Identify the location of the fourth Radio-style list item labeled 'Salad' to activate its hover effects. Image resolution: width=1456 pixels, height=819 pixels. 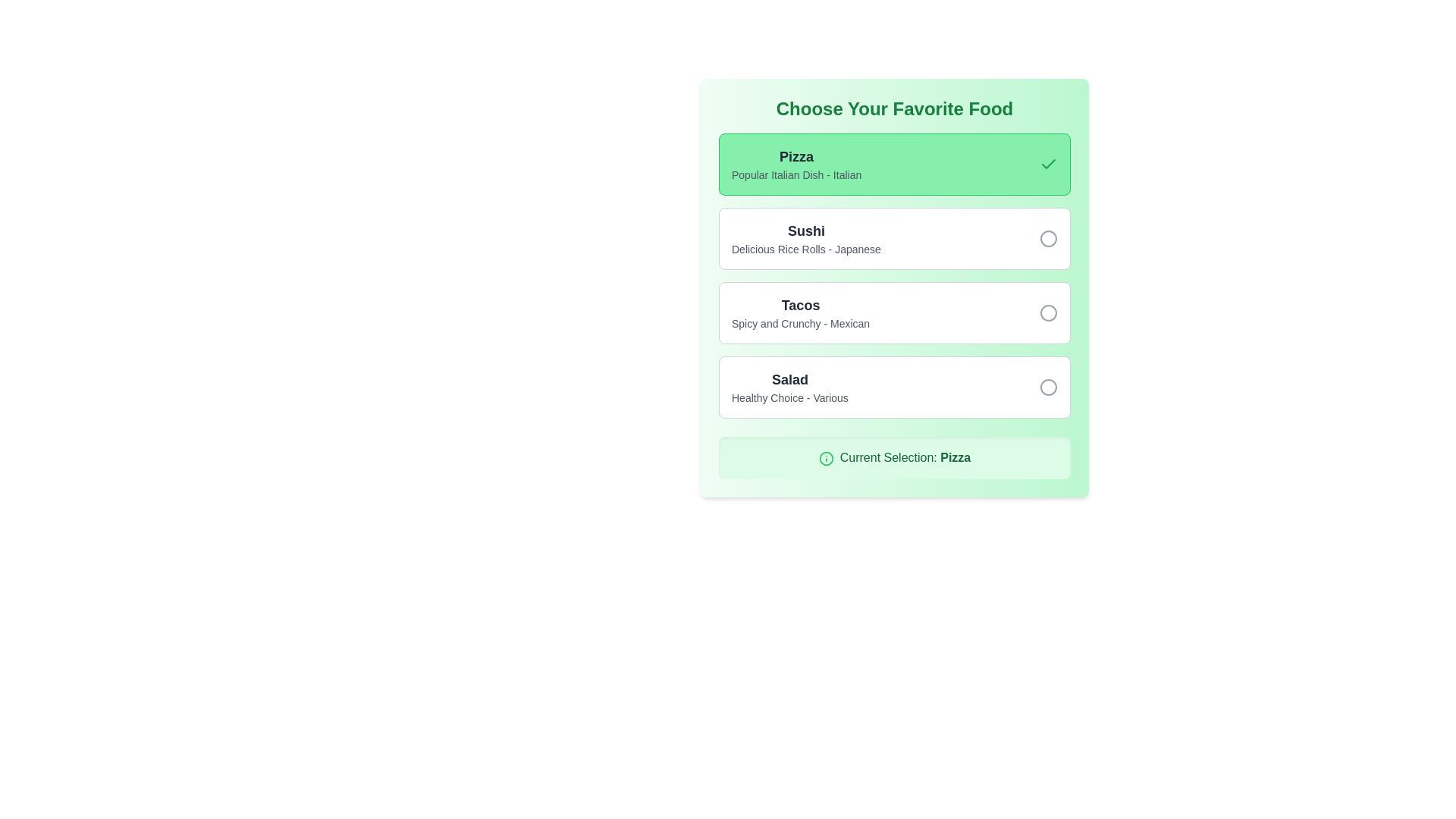
(895, 386).